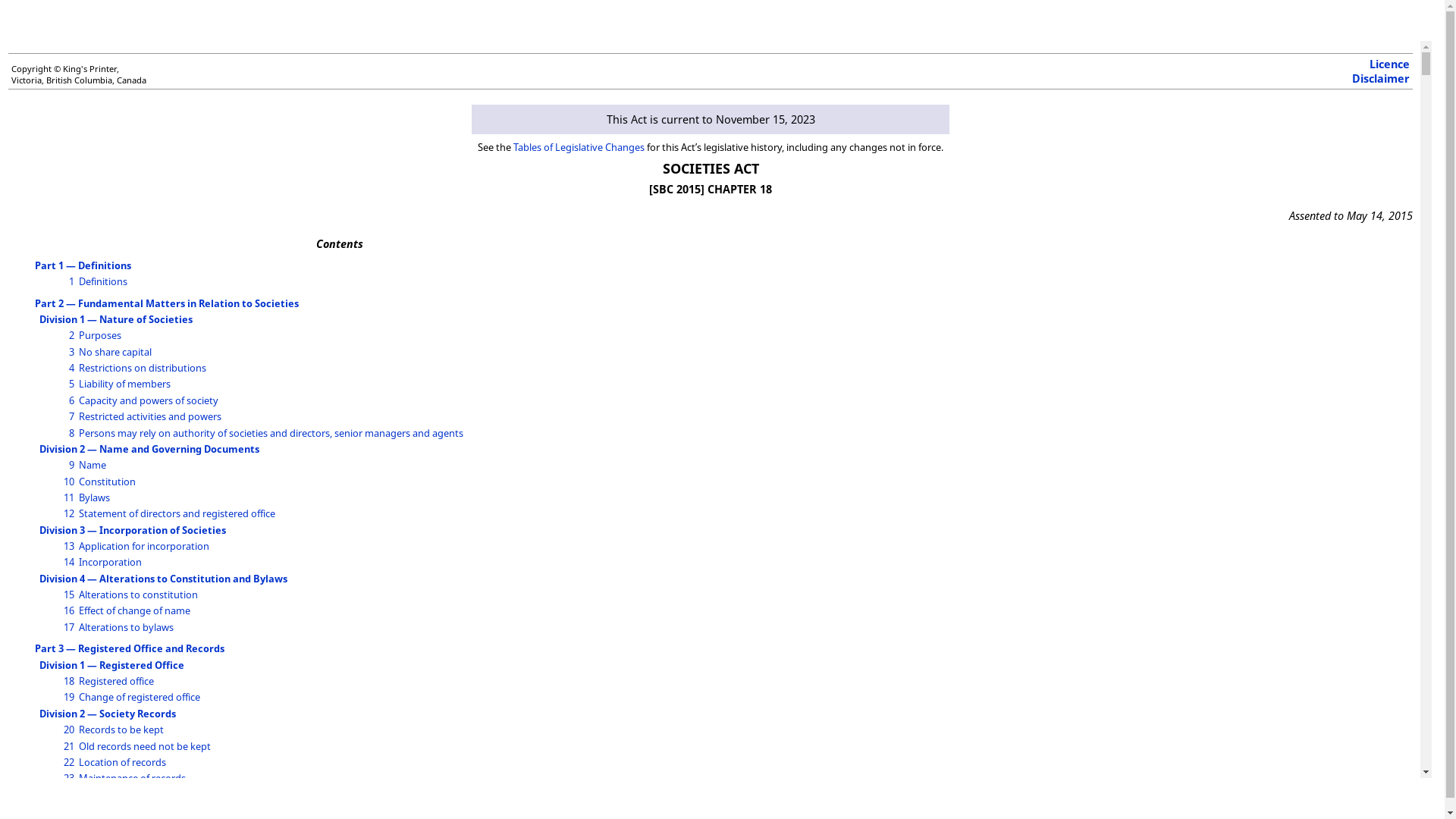 The image size is (1456, 819). What do you see at coordinates (145, 745) in the screenshot?
I see `'Old records need not be kept'` at bounding box center [145, 745].